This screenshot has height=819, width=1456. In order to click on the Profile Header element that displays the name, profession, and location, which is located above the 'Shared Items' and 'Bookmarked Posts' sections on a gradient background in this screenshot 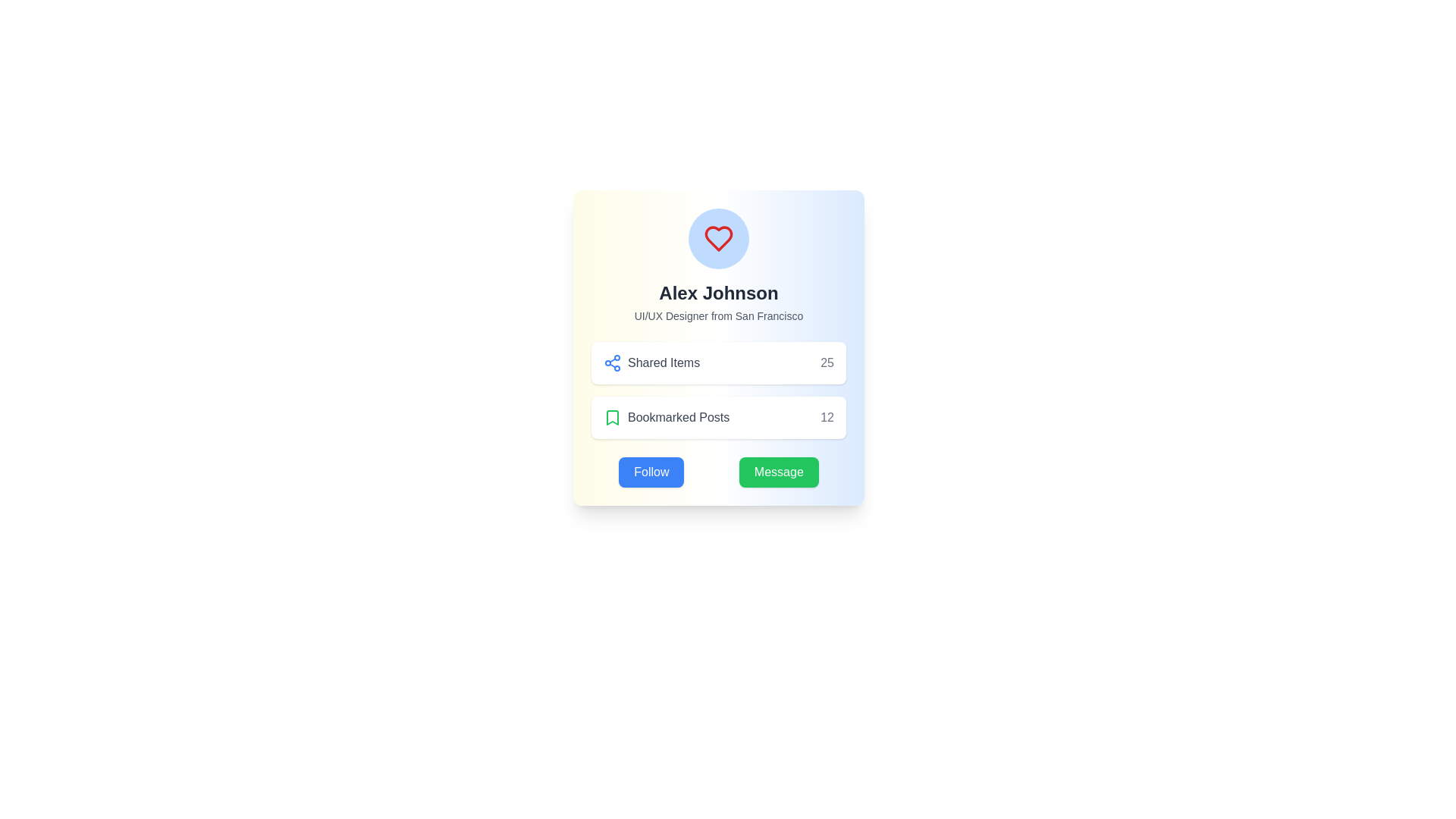, I will do `click(718, 265)`.